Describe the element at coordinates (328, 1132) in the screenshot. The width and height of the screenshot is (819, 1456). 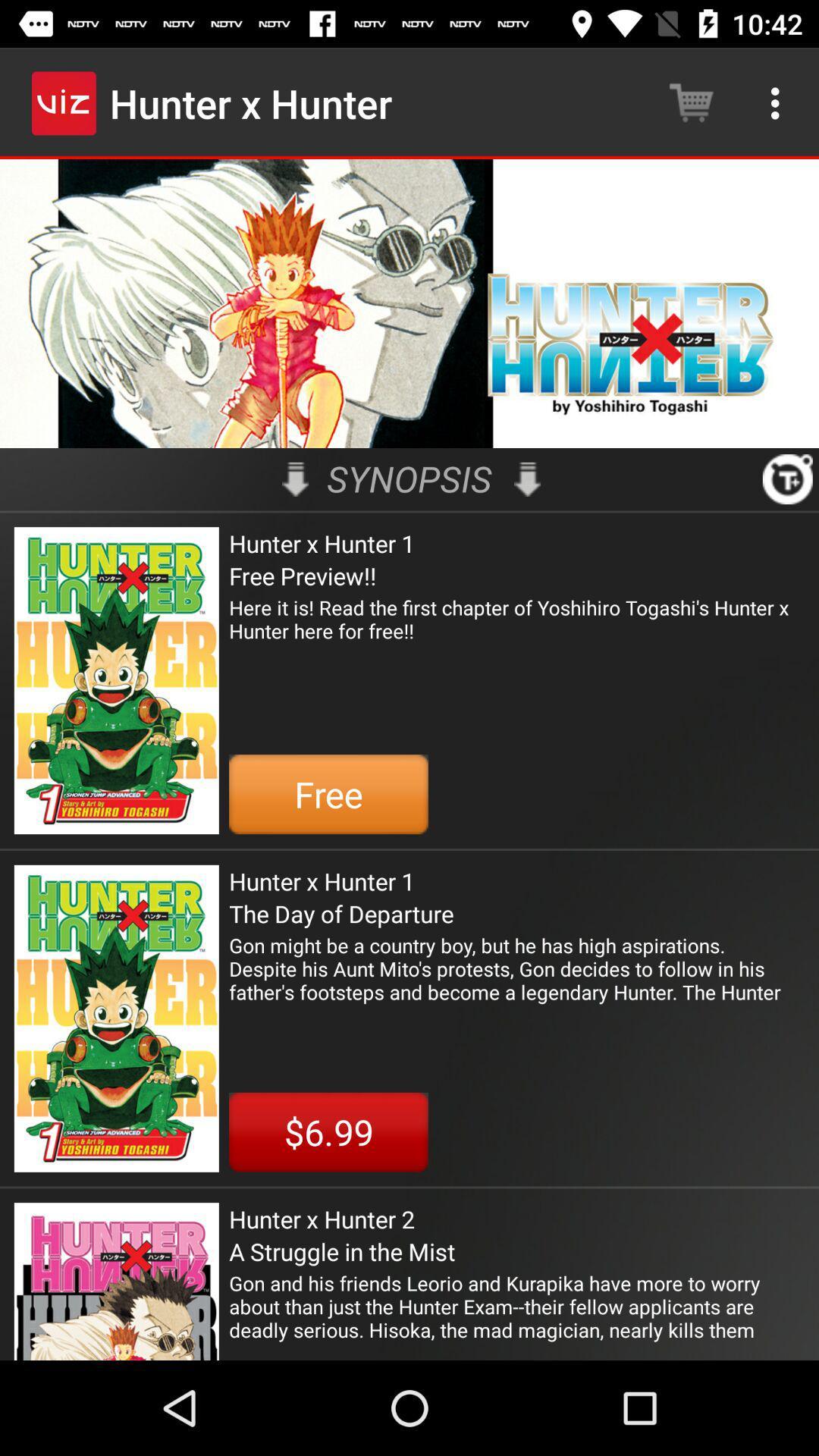
I see `$6.99 item` at that location.